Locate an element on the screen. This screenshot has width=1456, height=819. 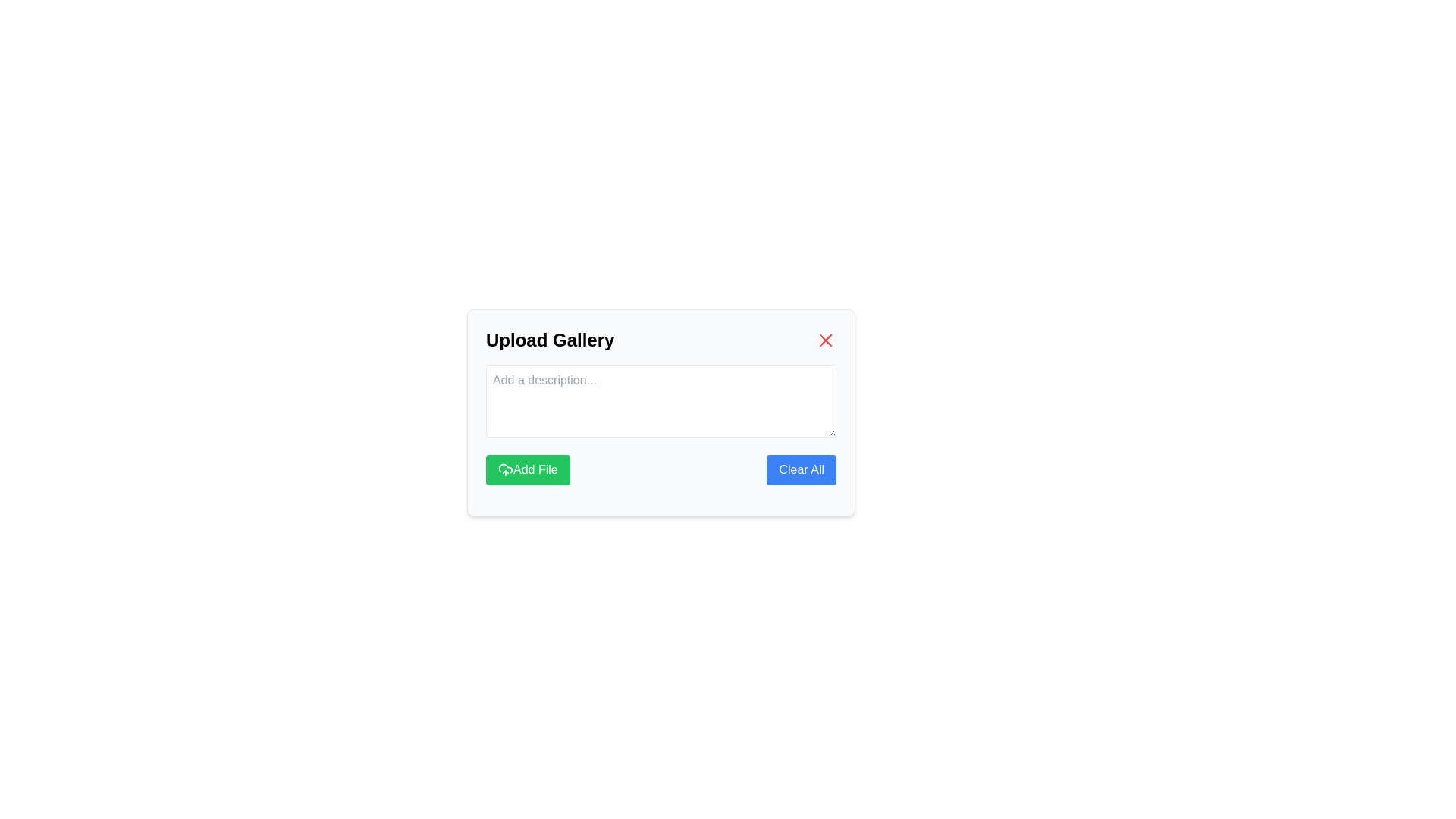
the green button labeled 'Add File' which contains a cloud-shaped icon with an upward arrow in its center is located at coordinates (506, 469).